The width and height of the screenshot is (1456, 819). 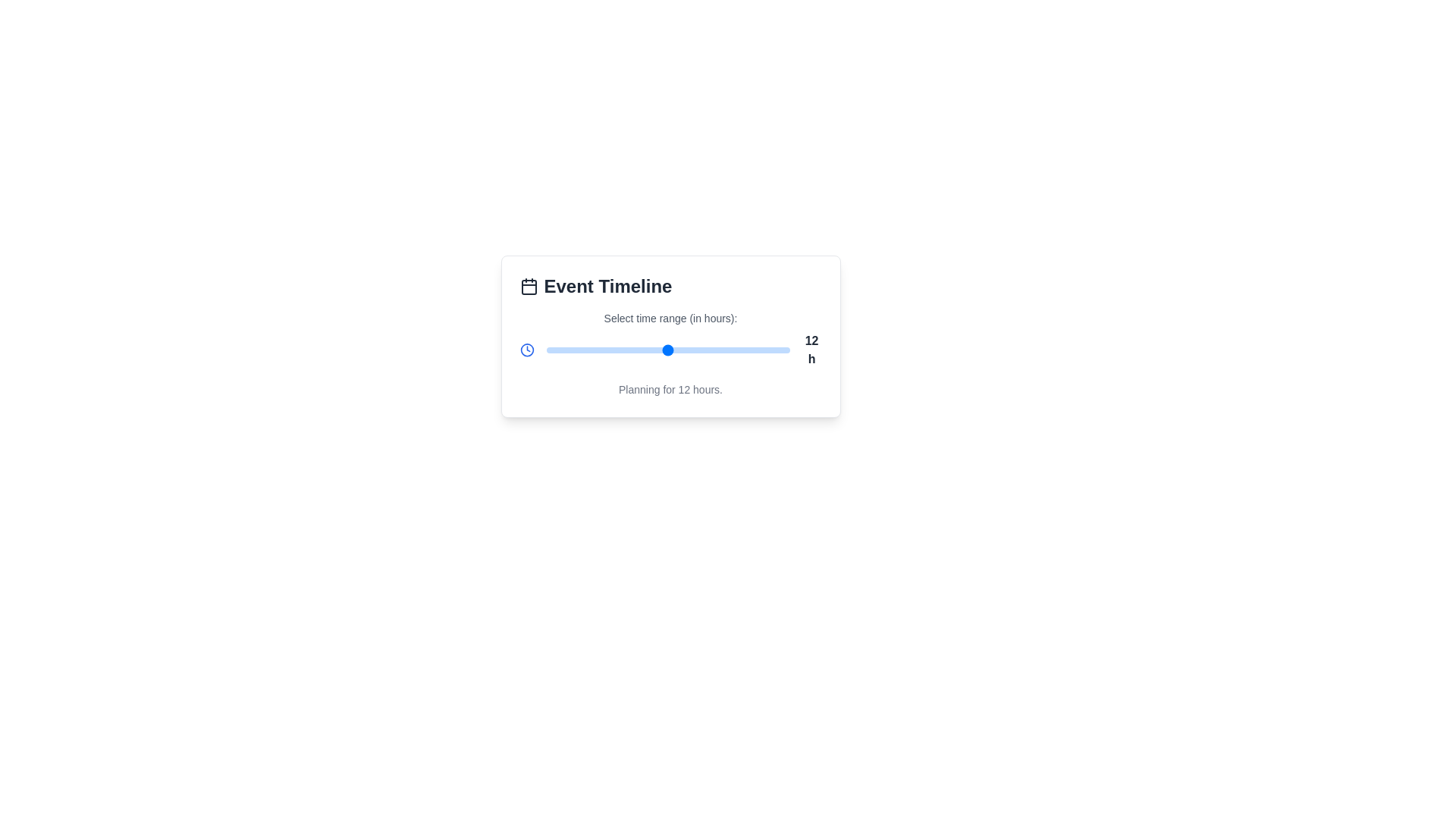 I want to click on the time range, so click(x=769, y=350).